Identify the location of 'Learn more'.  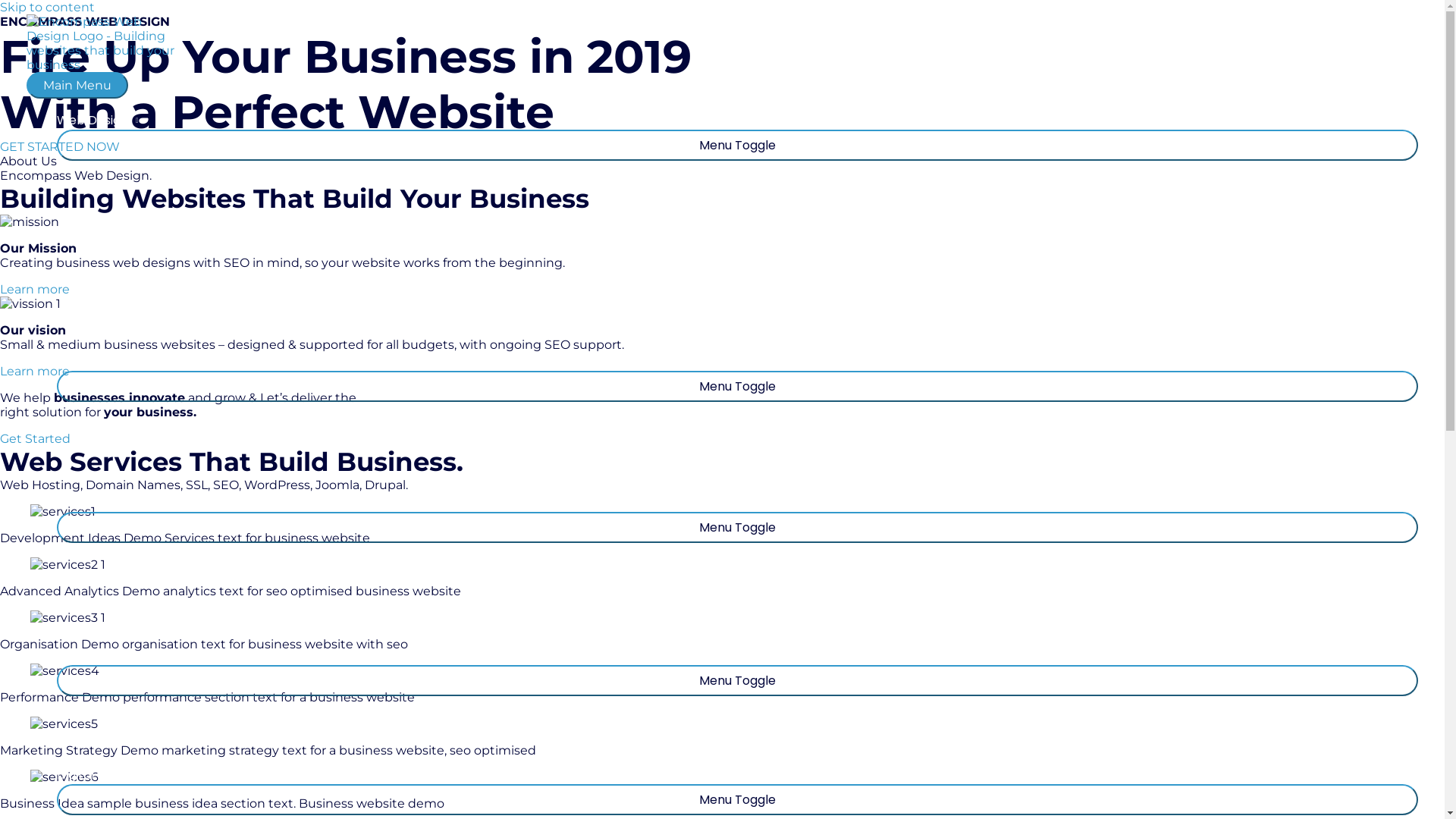
(35, 371).